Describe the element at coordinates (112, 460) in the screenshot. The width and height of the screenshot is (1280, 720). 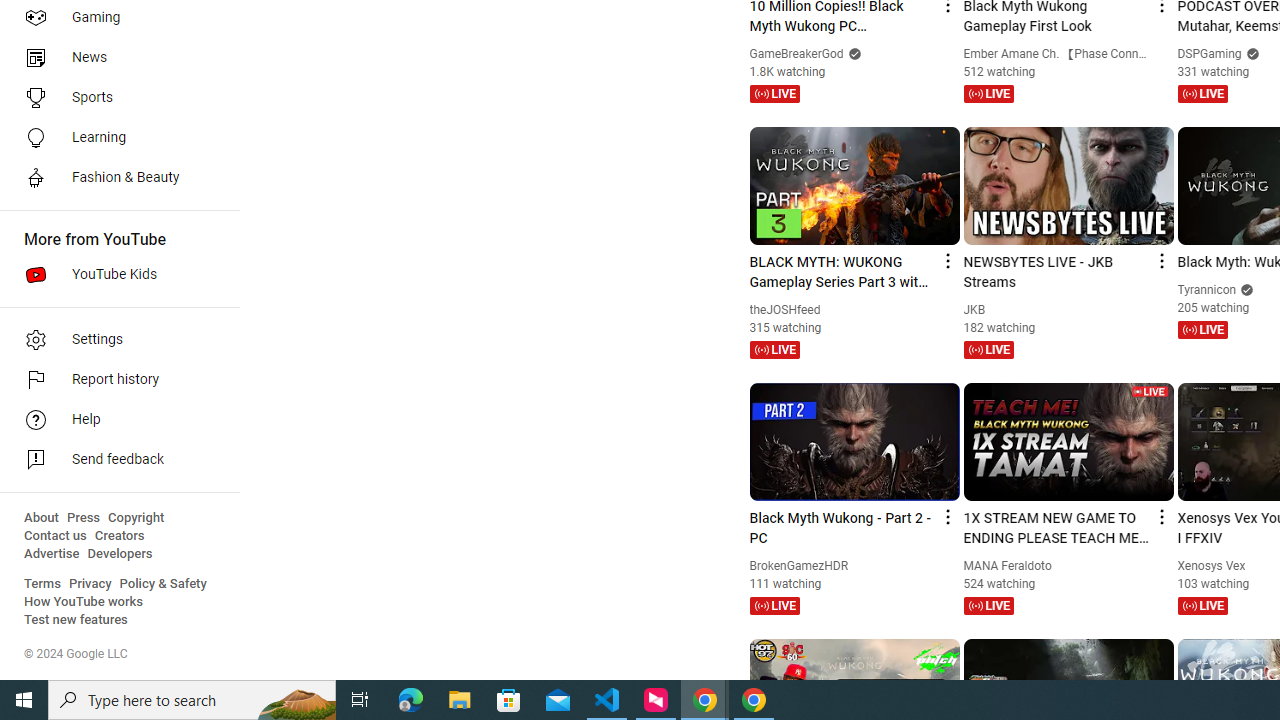
I see `'Send feedback'` at that location.